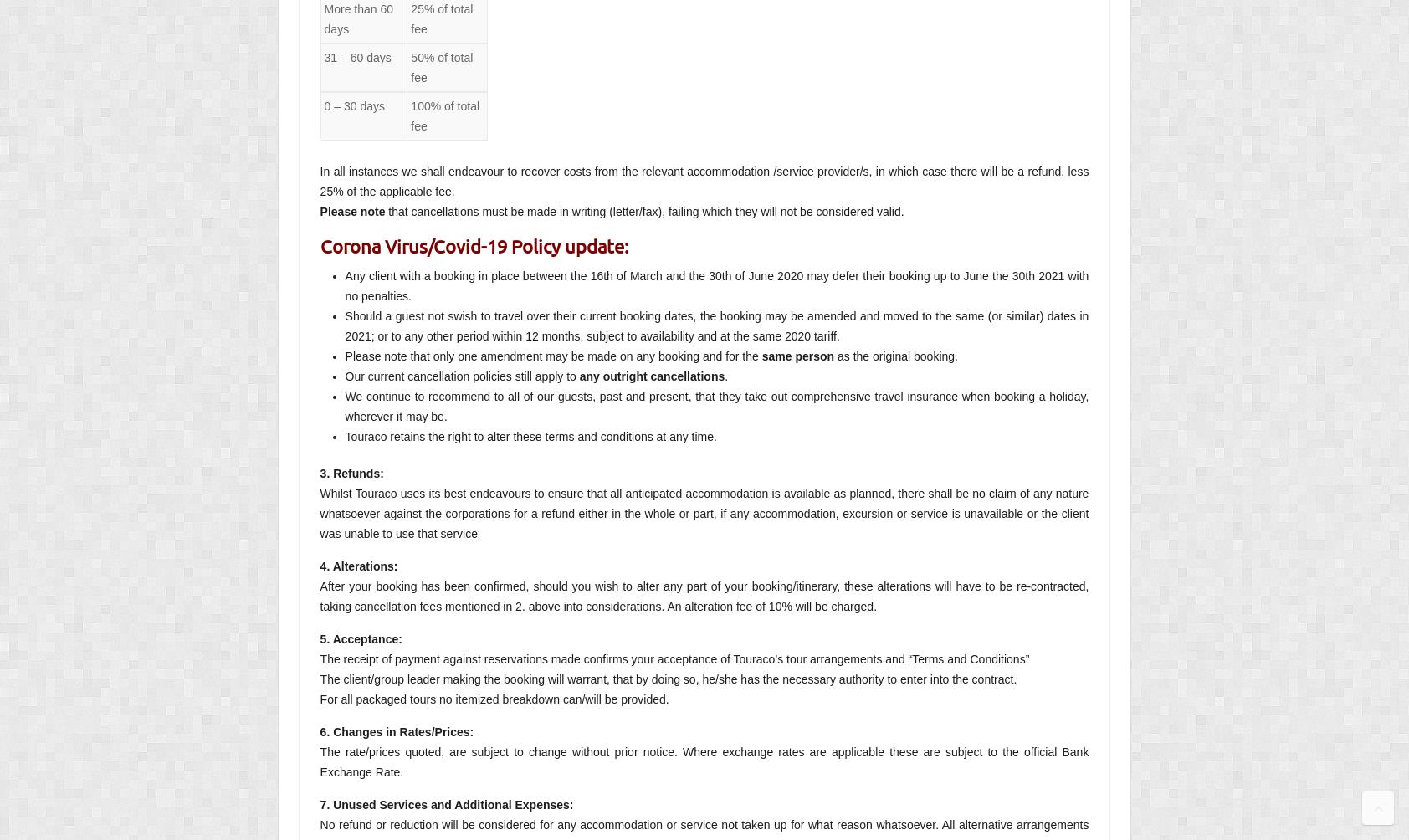 This screenshot has width=1409, height=840. Describe the element at coordinates (704, 180) in the screenshot. I see `'In all instances we shall endeavour to recover costs from the relevant accommodation /service provider/s, in which case there will be a refund, less 25% of the applicable fee.'` at that location.